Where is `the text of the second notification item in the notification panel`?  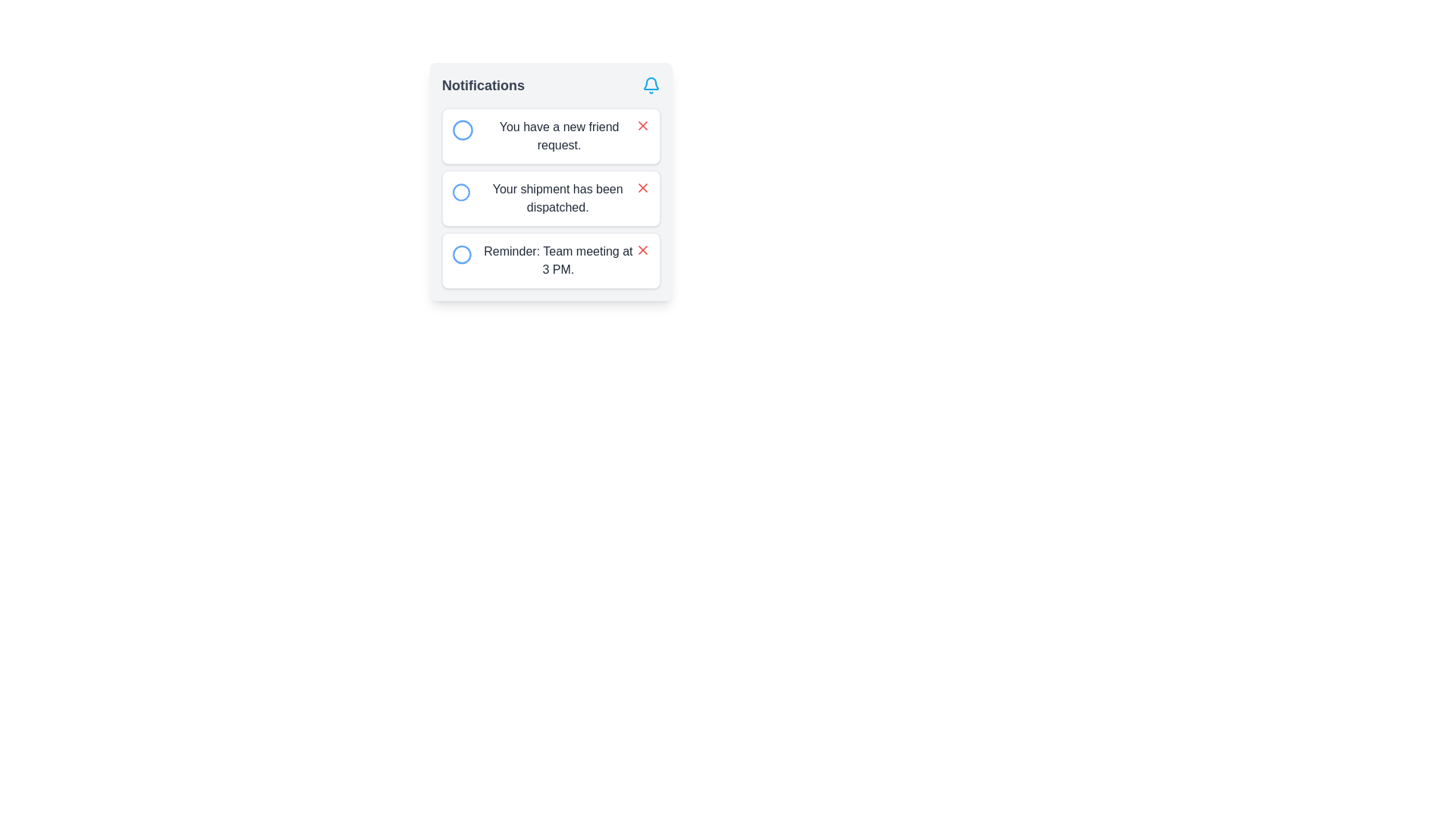 the text of the second notification item in the notification panel is located at coordinates (550, 180).